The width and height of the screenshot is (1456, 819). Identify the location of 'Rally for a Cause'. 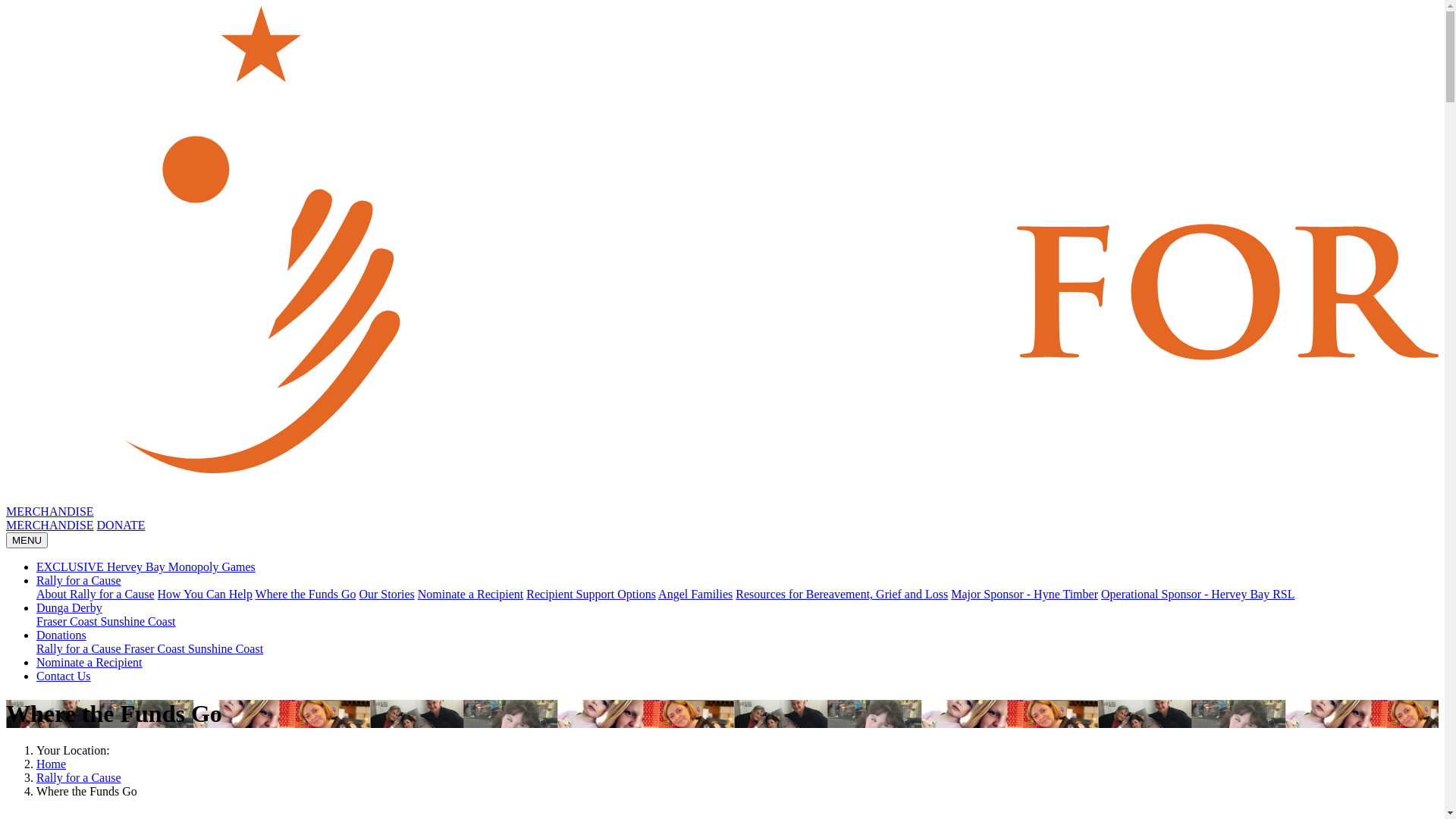
(79, 648).